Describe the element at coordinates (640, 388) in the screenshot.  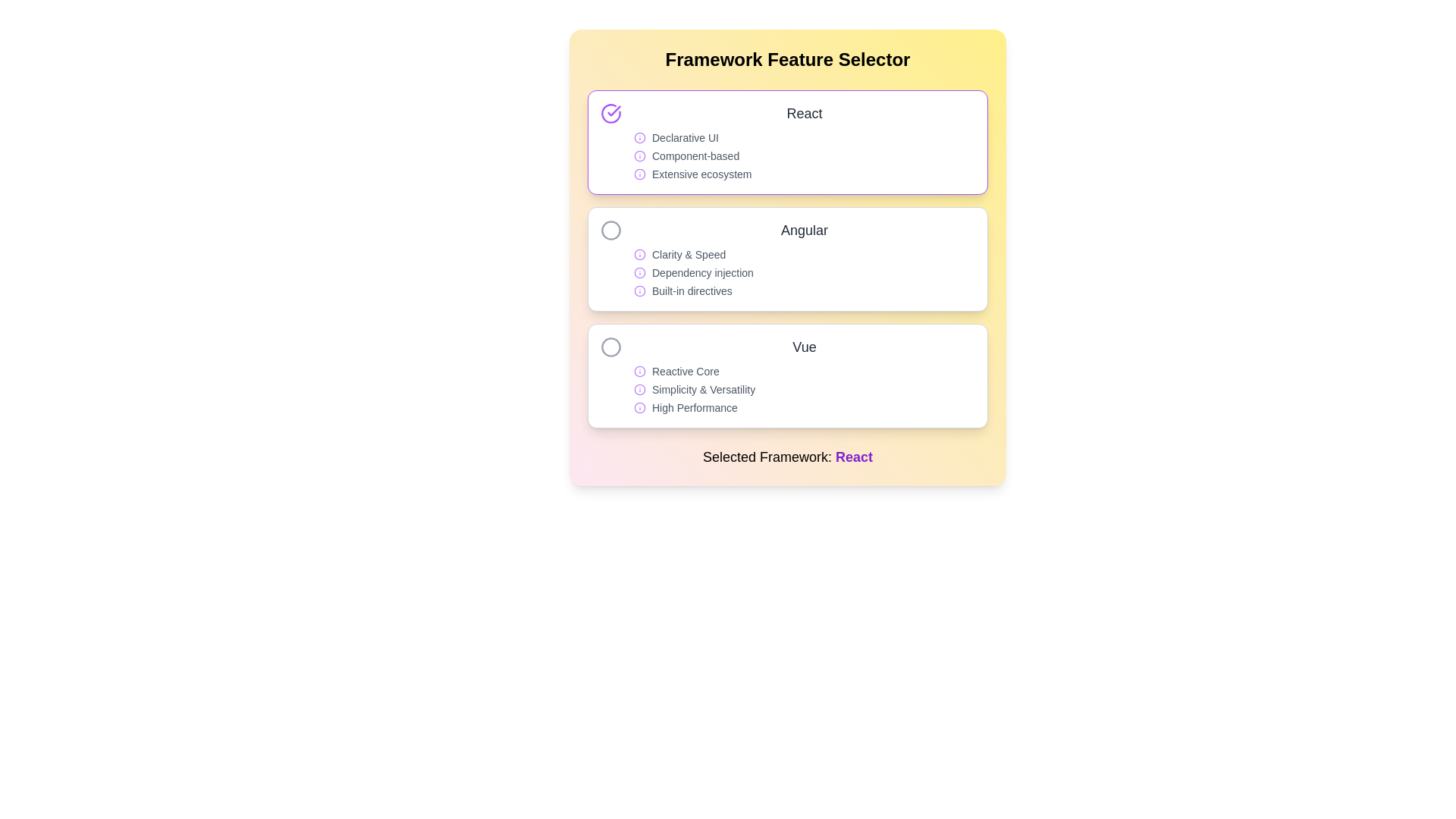
I see `the circular graphical decorative element located inside the icon area next to text descriptions in the interface` at that location.